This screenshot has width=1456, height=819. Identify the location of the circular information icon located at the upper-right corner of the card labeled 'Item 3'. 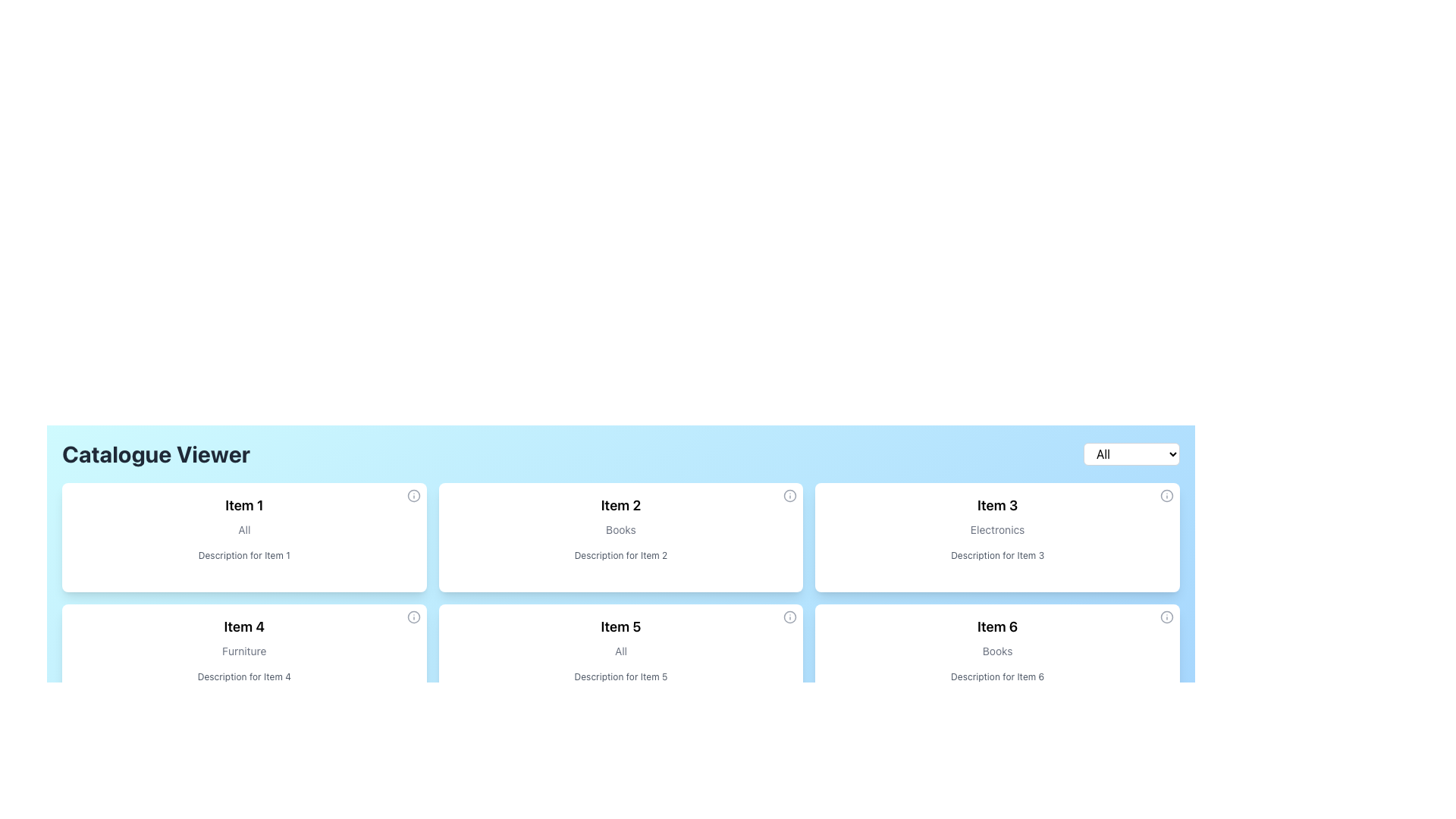
(1166, 496).